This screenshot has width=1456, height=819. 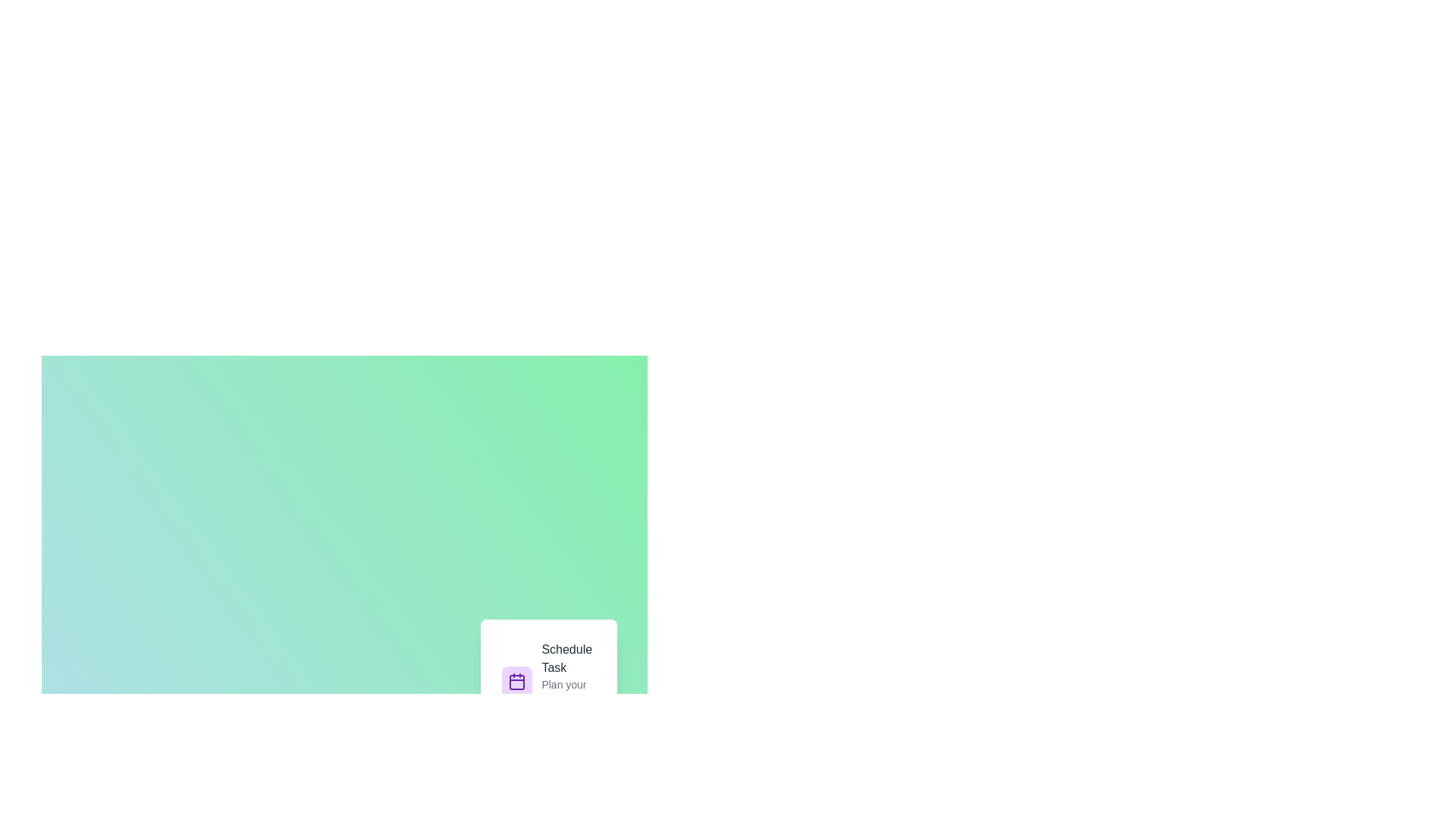 What do you see at coordinates (548, 680) in the screenshot?
I see `the menu action Schedule Task by clicking on its corresponding button` at bounding box center [548, 680].